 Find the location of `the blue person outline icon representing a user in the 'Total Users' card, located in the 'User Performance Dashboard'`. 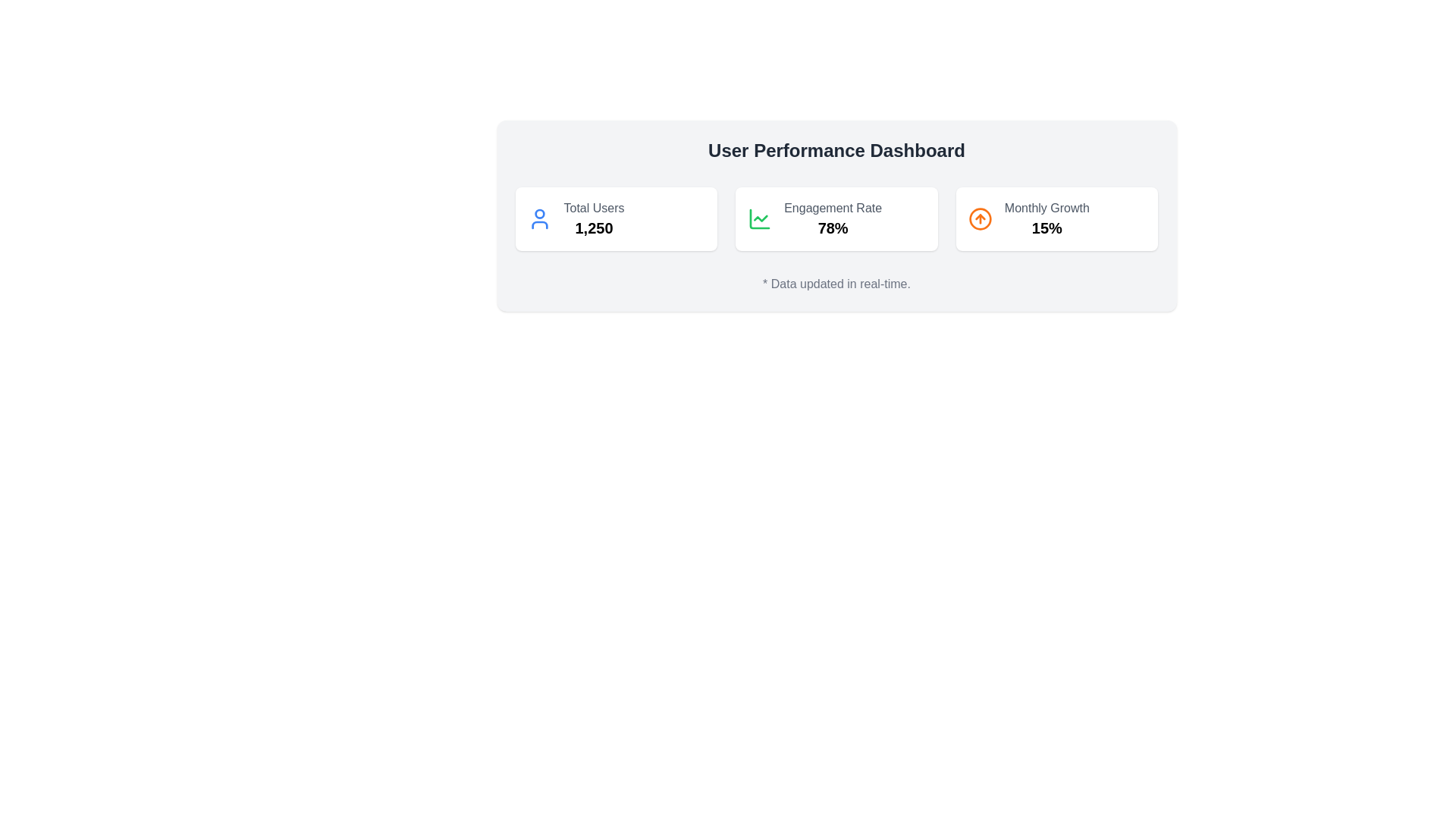

the blue person outline icon representing a user in the 'Total Users' card, located in the 'User Performance Dashboard' is located at coordinates (539, 219).